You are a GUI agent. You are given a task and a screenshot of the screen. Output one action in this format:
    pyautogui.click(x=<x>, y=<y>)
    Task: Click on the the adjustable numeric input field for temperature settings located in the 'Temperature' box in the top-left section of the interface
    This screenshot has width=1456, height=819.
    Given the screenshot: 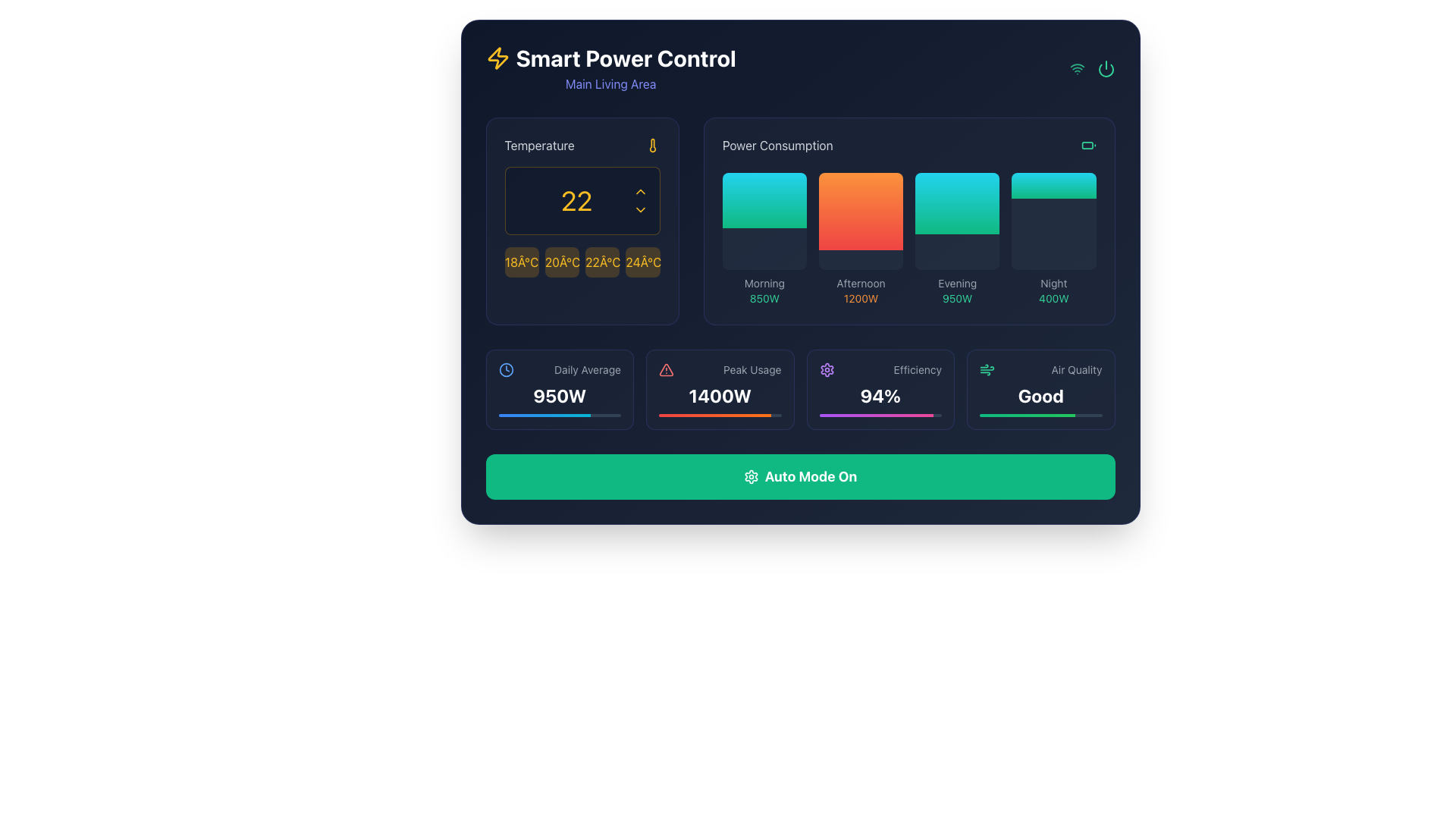 What is the action you would take?
    pyautogui.click(x=582, y=200)
    